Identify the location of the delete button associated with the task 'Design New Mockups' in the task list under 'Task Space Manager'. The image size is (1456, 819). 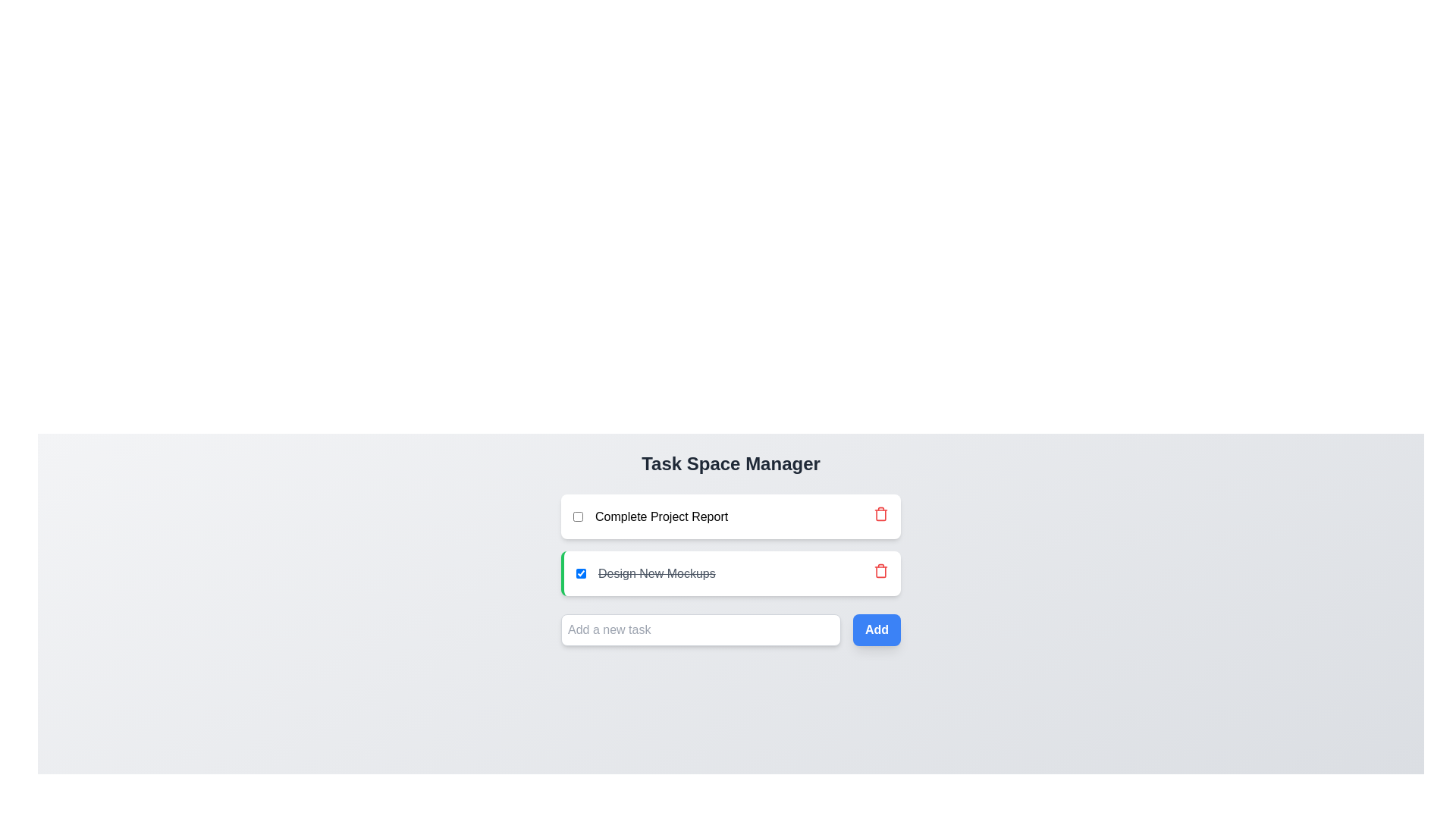
(880, 513).